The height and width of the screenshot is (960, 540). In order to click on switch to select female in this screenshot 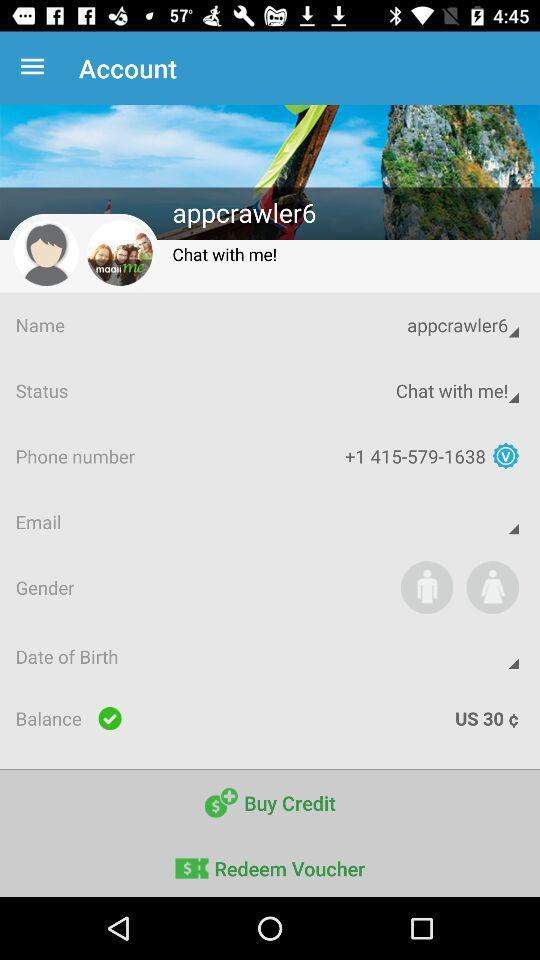, I will do `click(491, 587)`.